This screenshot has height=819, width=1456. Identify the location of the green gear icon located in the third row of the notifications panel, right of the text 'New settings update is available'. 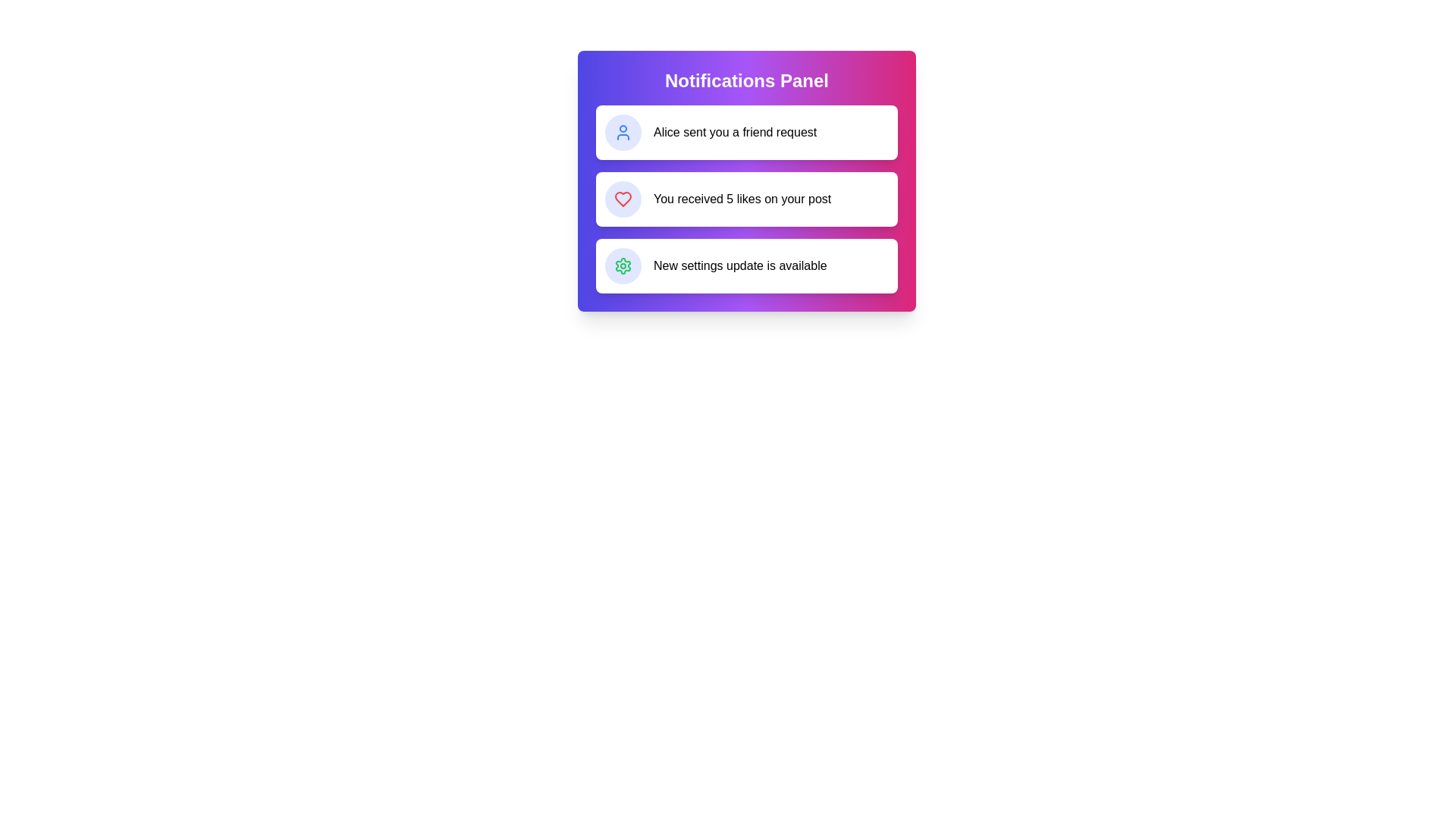
(623, 265).